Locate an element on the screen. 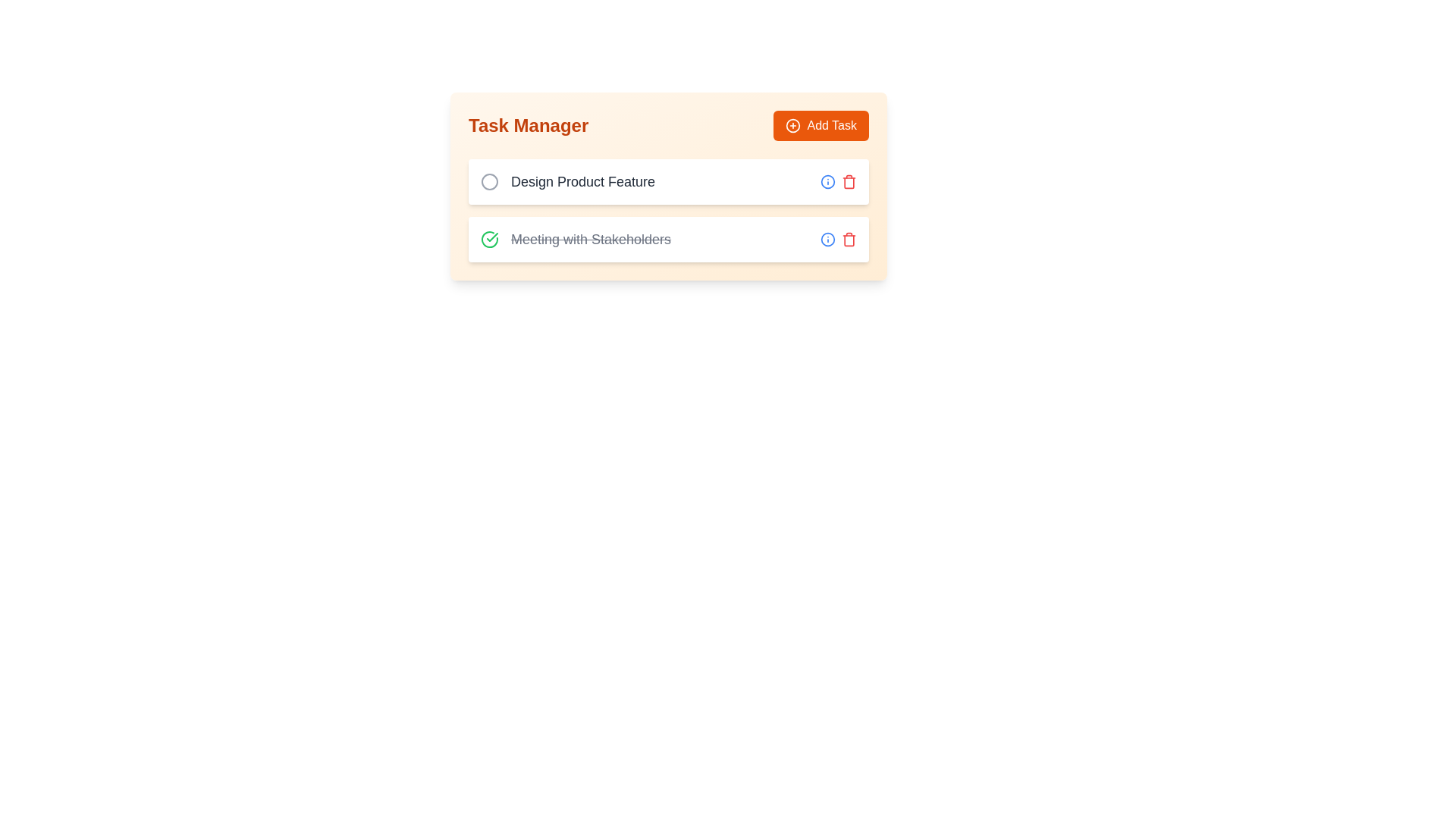  the green circular icon with a checkmark located to the left of the 'Meeting with Stakeholders' text is located at coordinates (490, 239).